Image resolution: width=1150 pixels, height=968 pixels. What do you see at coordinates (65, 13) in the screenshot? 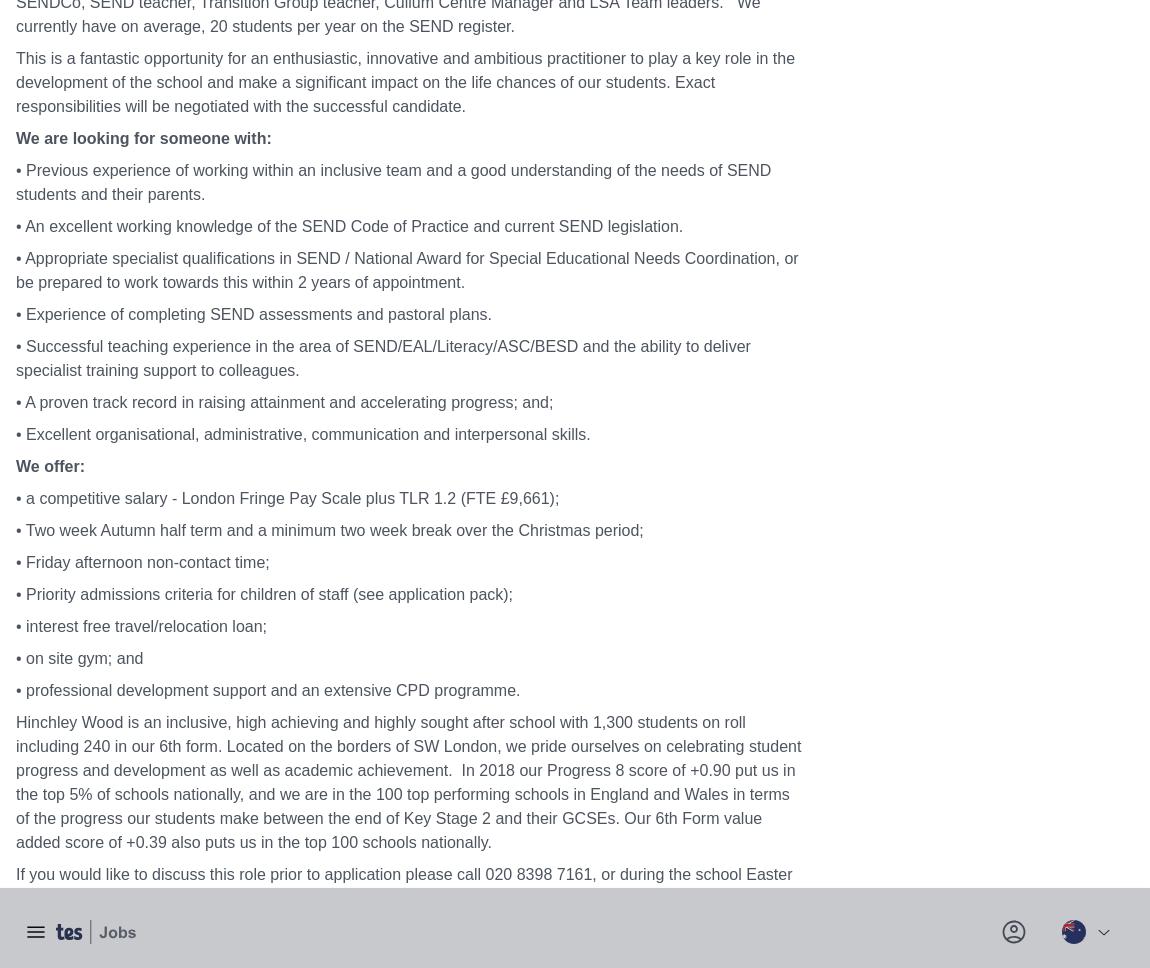
I see `'Ofsted report'` at bounding box center [65, 13].